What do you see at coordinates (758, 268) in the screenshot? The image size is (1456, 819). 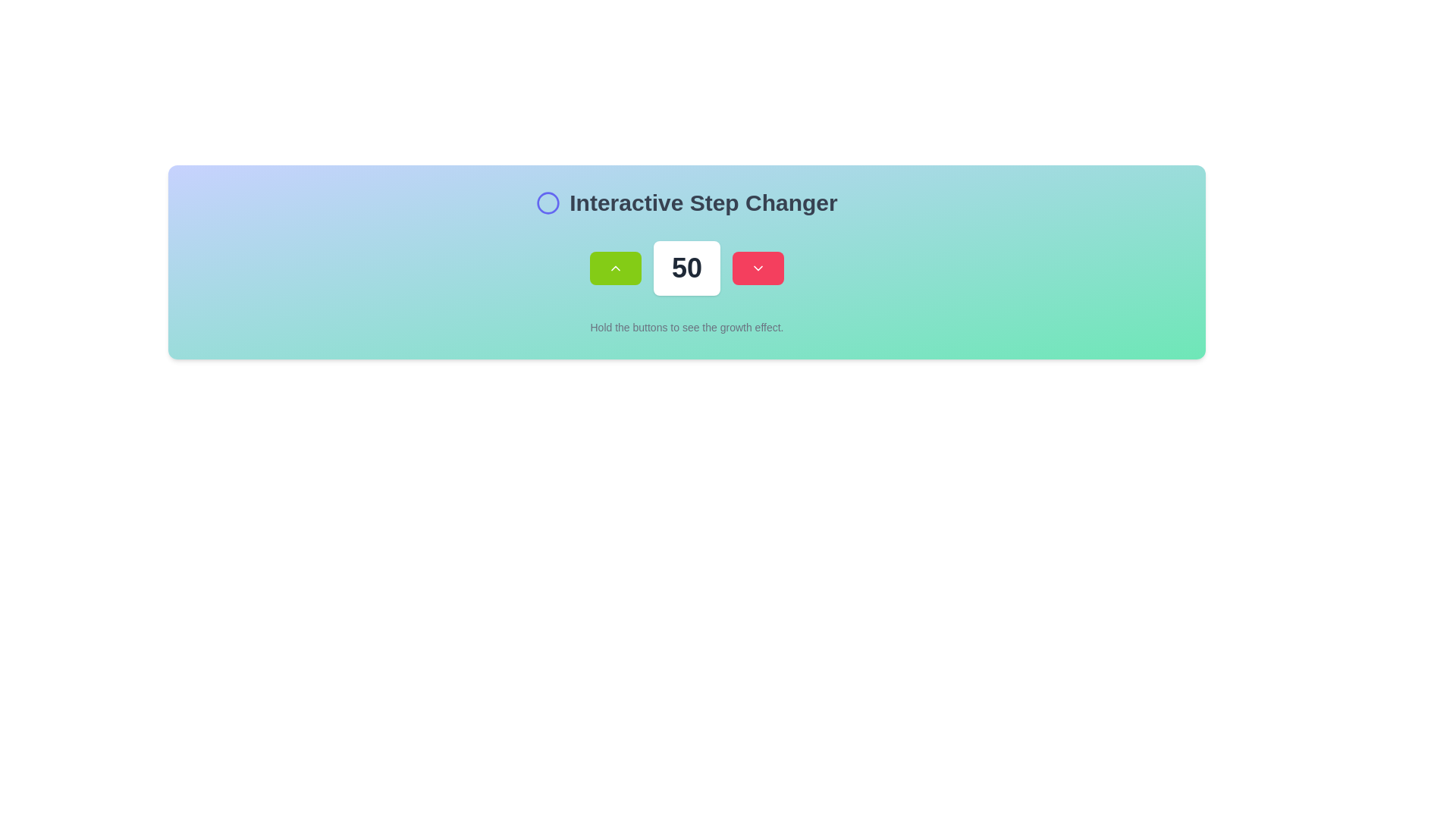 I see `the red decrement button located to the right of the white text field to decrease the numerical value displayed` at bounding box center [758, 268].